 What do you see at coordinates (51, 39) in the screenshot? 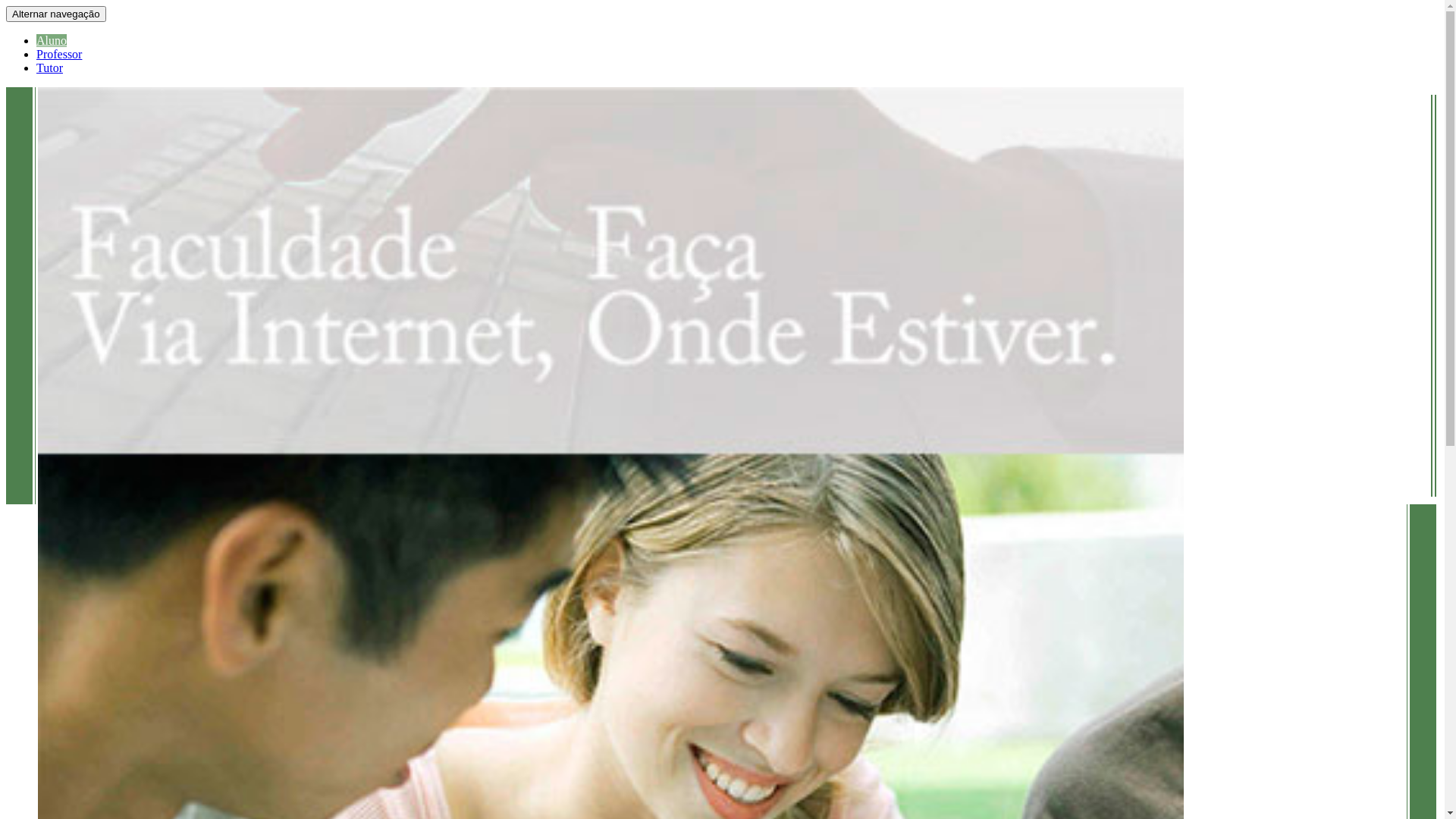
I see `'Aluno'` at bounding box center [51, 39].